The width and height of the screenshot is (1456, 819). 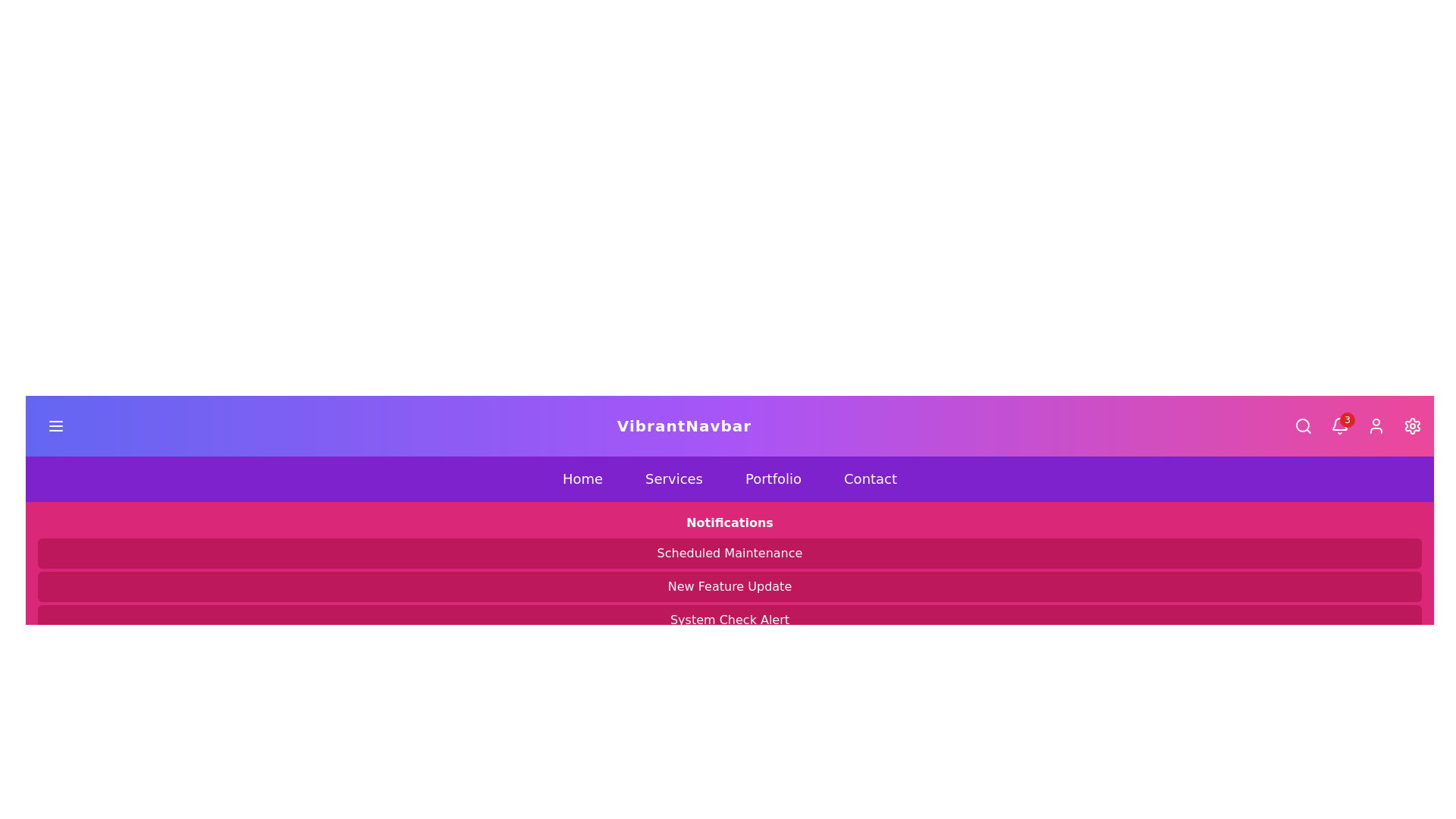 What do you see at coordinates (1302, 425) in the screenshot?
I see `the small circular decorative element that is part of the search icon located in the top-right corner of the interface` at bounding box center [1302, 425].